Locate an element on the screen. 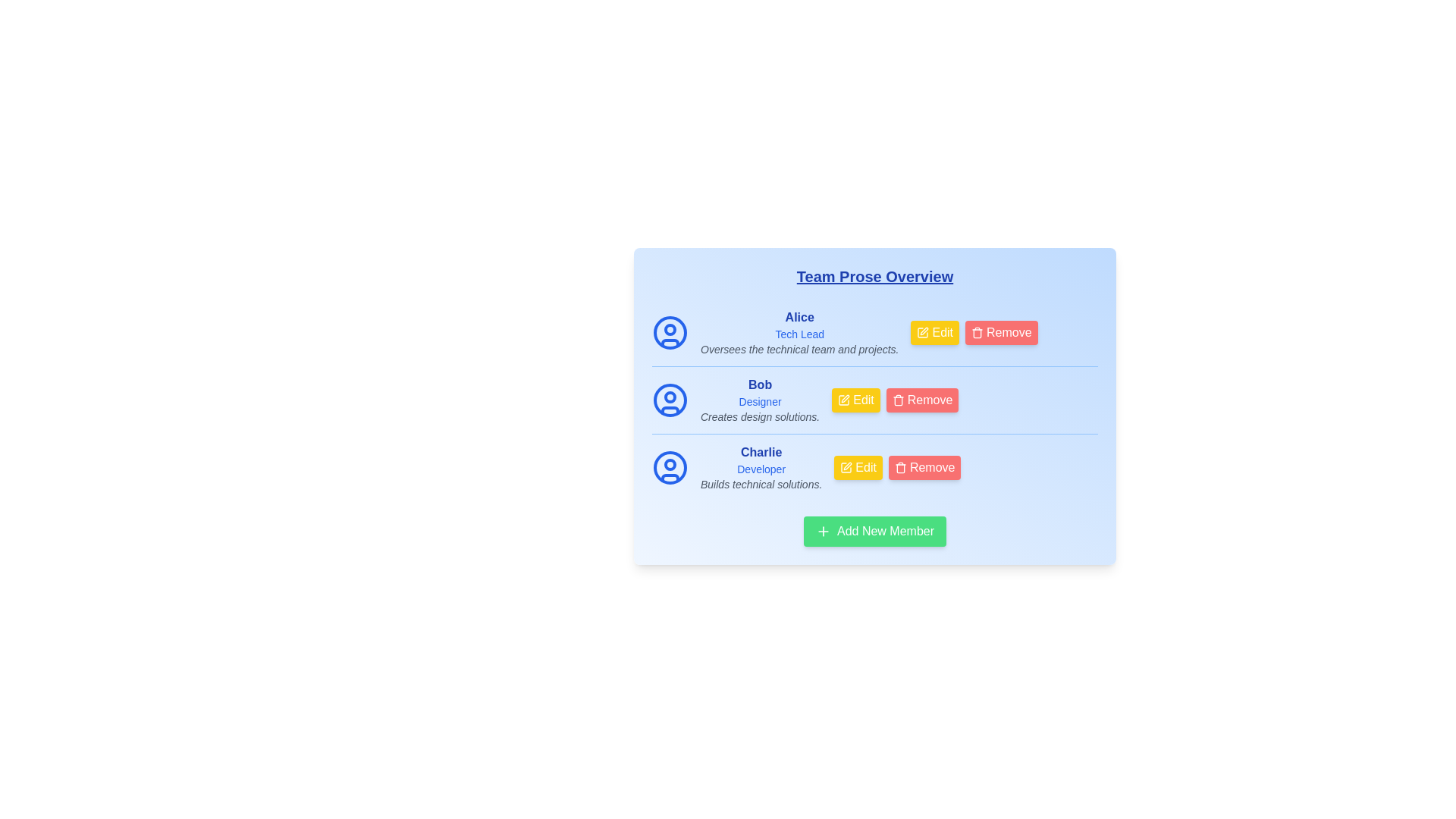 The width and height of the screenshot is (1456, 819). the circular graphical icon outlined in blue that represents the user profile for 'Alice' is located at coordinates (669, 332).